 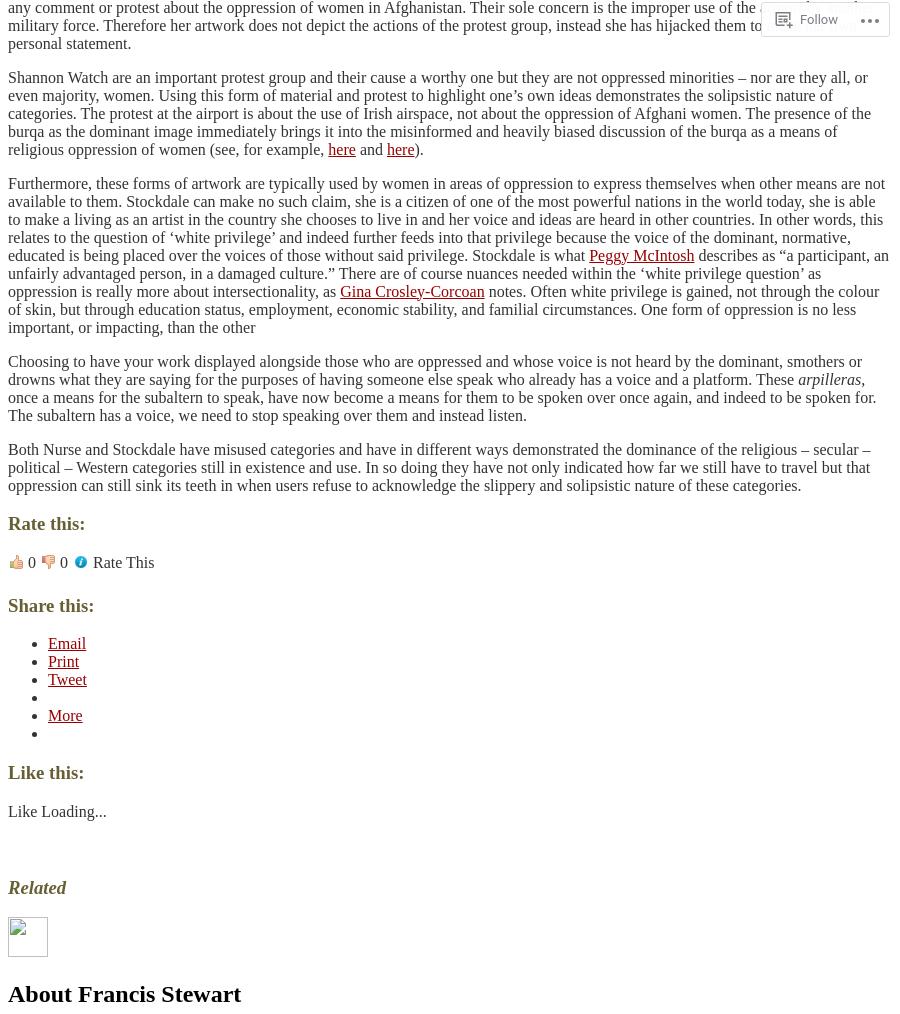 What do you see at coordinates (72, 810) in the screenshot?
I see `'Loading...'` at bounding box center [72, 810].